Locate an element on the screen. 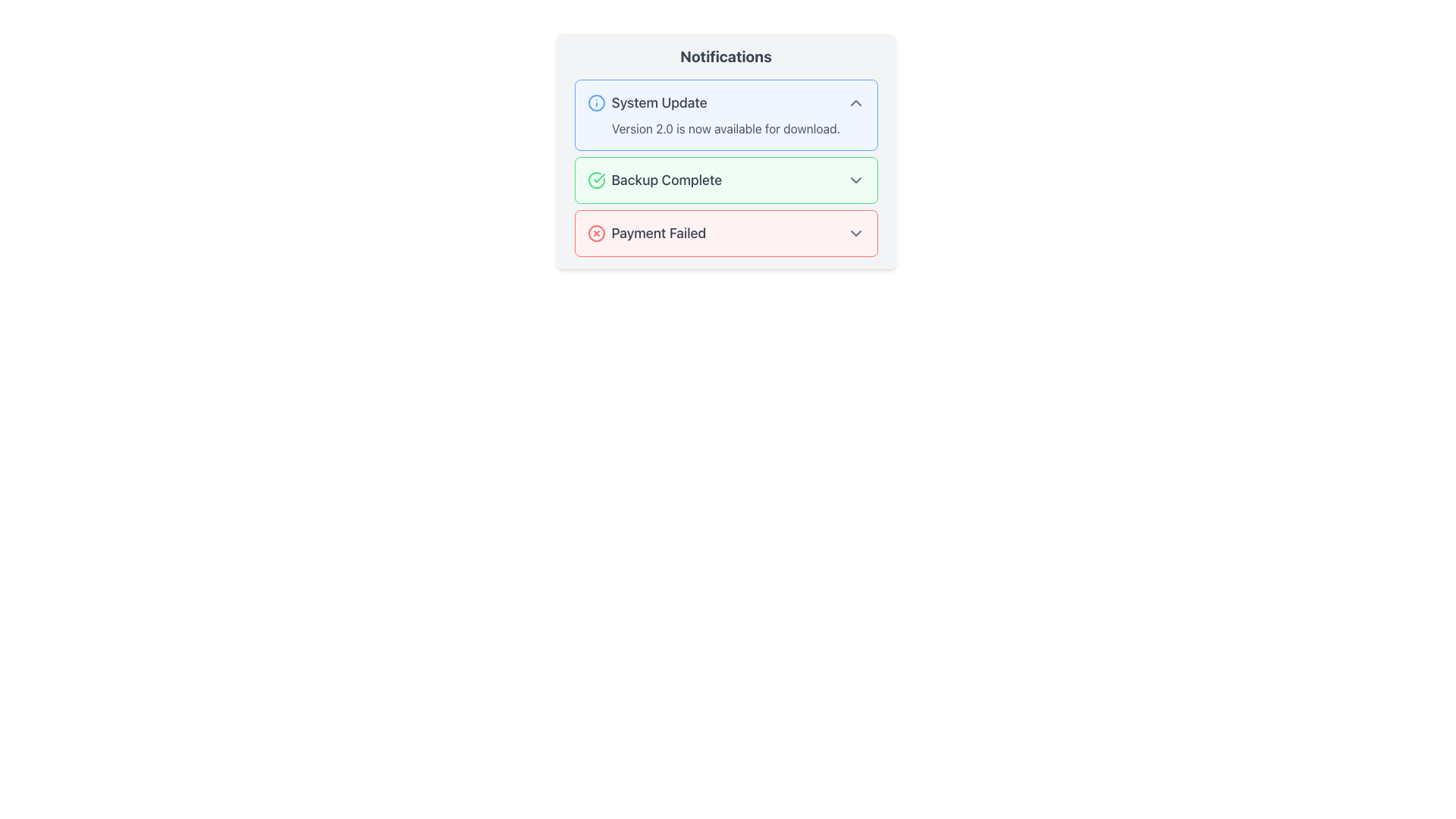  label associated with the 'Backup Complete' icon located to the left of the notification text is located at coordinates (595, 180).